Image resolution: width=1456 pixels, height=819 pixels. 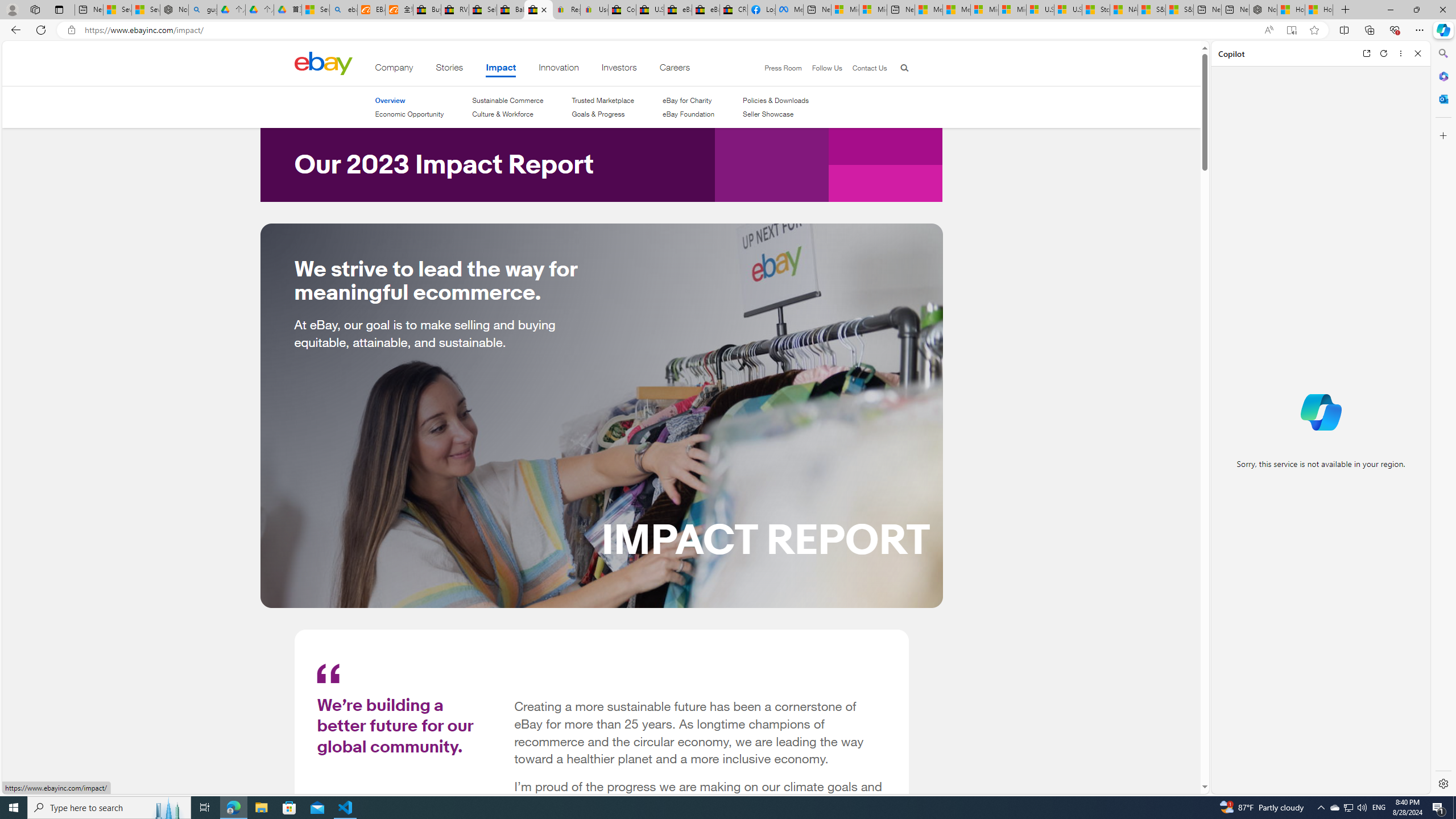 I want to click on 'Goals & Progress', so click(x=603, y=113).